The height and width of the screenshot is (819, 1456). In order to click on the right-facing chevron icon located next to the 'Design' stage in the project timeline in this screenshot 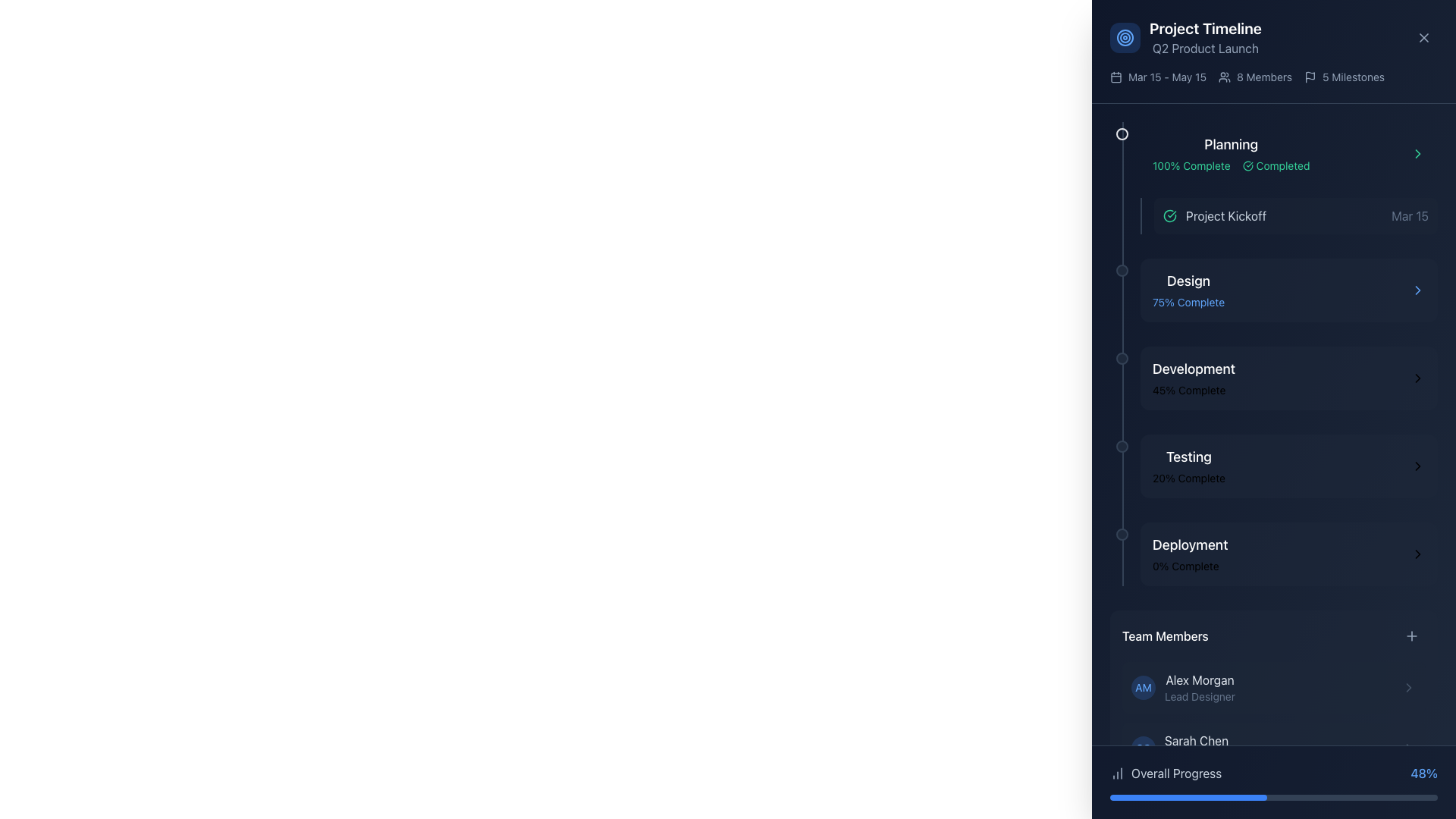, I will do `click(1417, 290)`.